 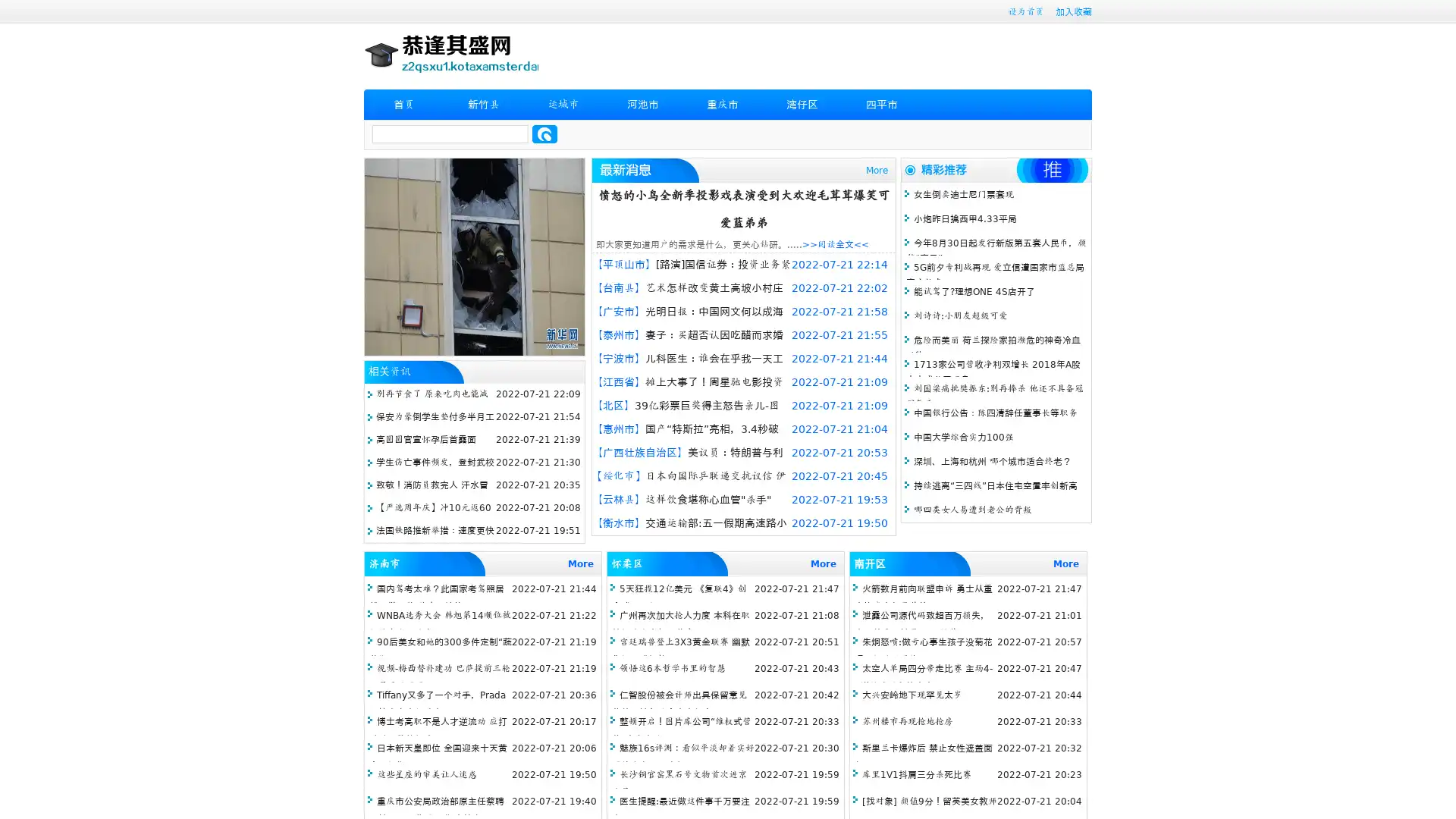 What do you see at coordinates (544, 133) in the screenshot?
I see `Search` at bounding box center [544, 133].